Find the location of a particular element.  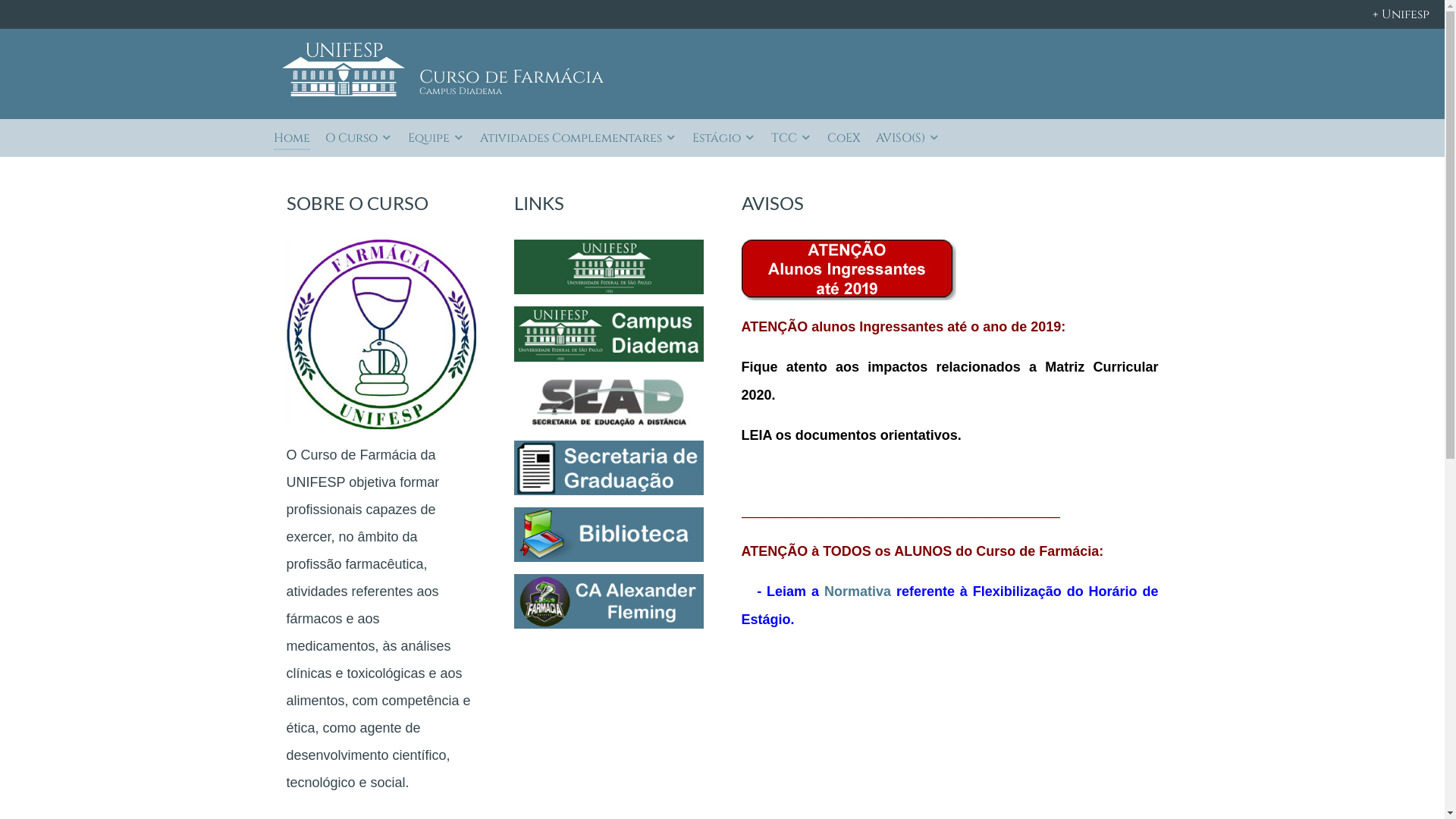

'AVISO(S)' is located at coordinates (907, 139).